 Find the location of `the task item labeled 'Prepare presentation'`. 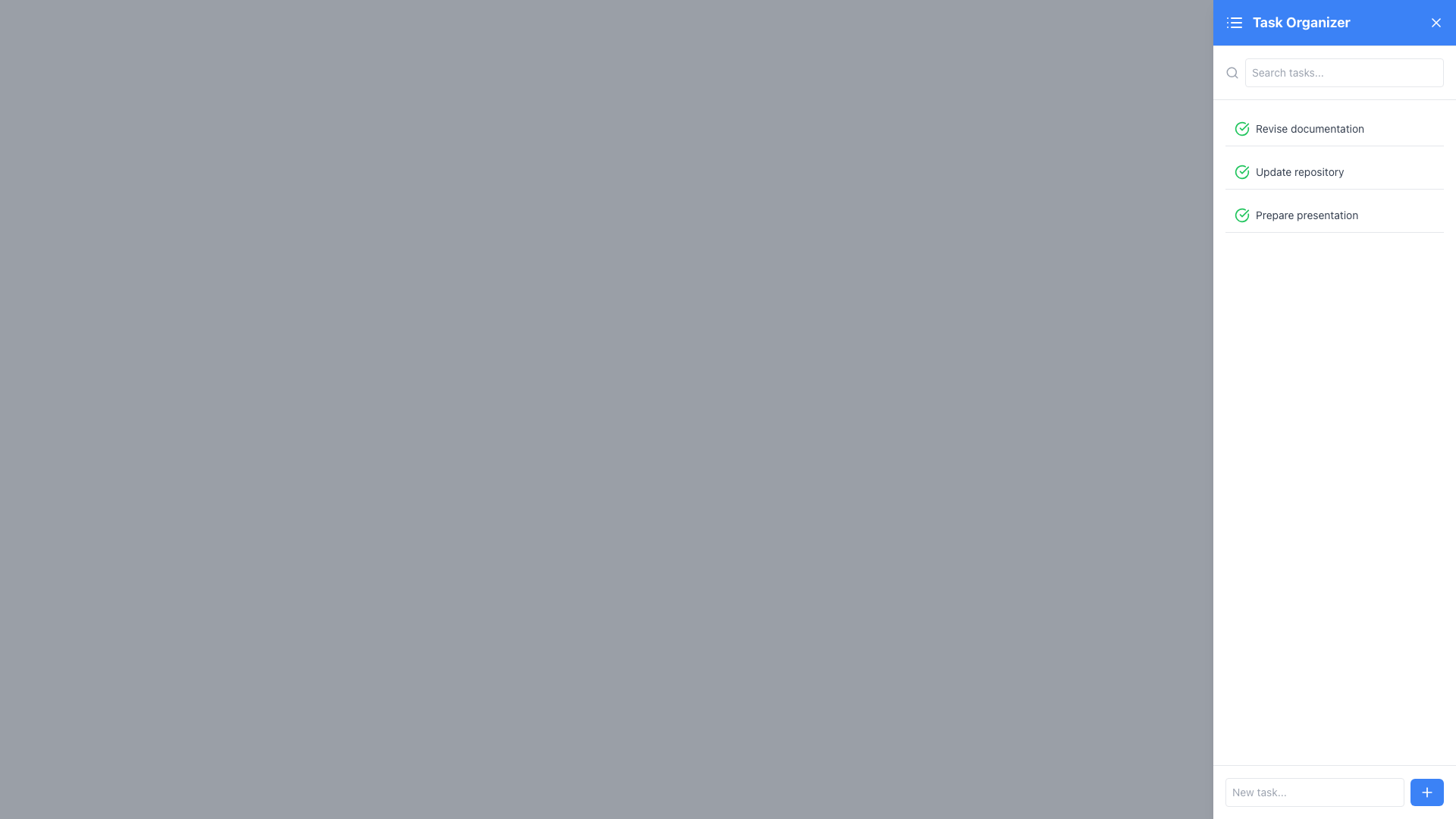

the task item labeled 'Prepare presentation' is located at coordinates (1335, 215).